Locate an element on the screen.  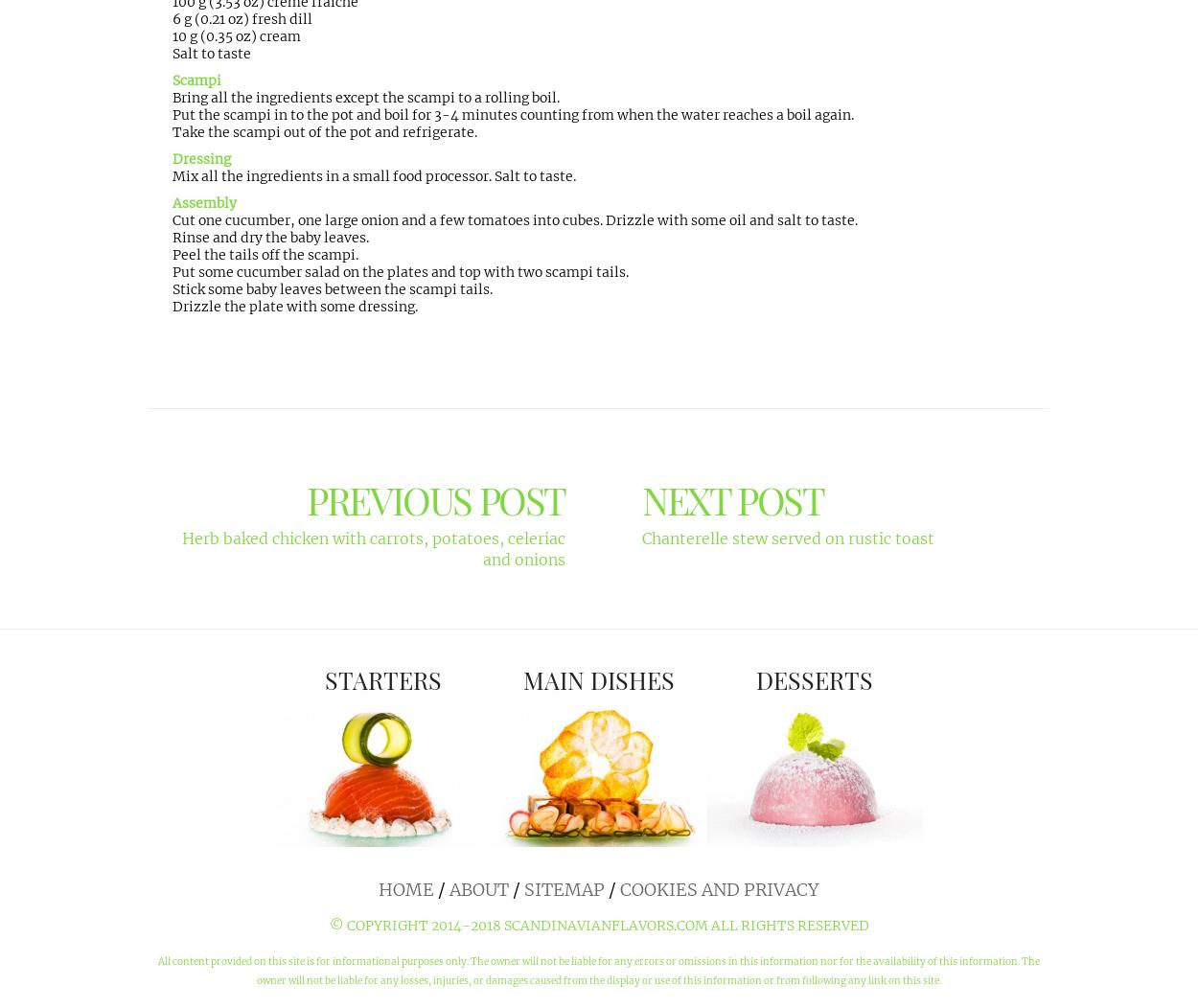
'Cookies and Privacy' is located at coordinates (720, 888).